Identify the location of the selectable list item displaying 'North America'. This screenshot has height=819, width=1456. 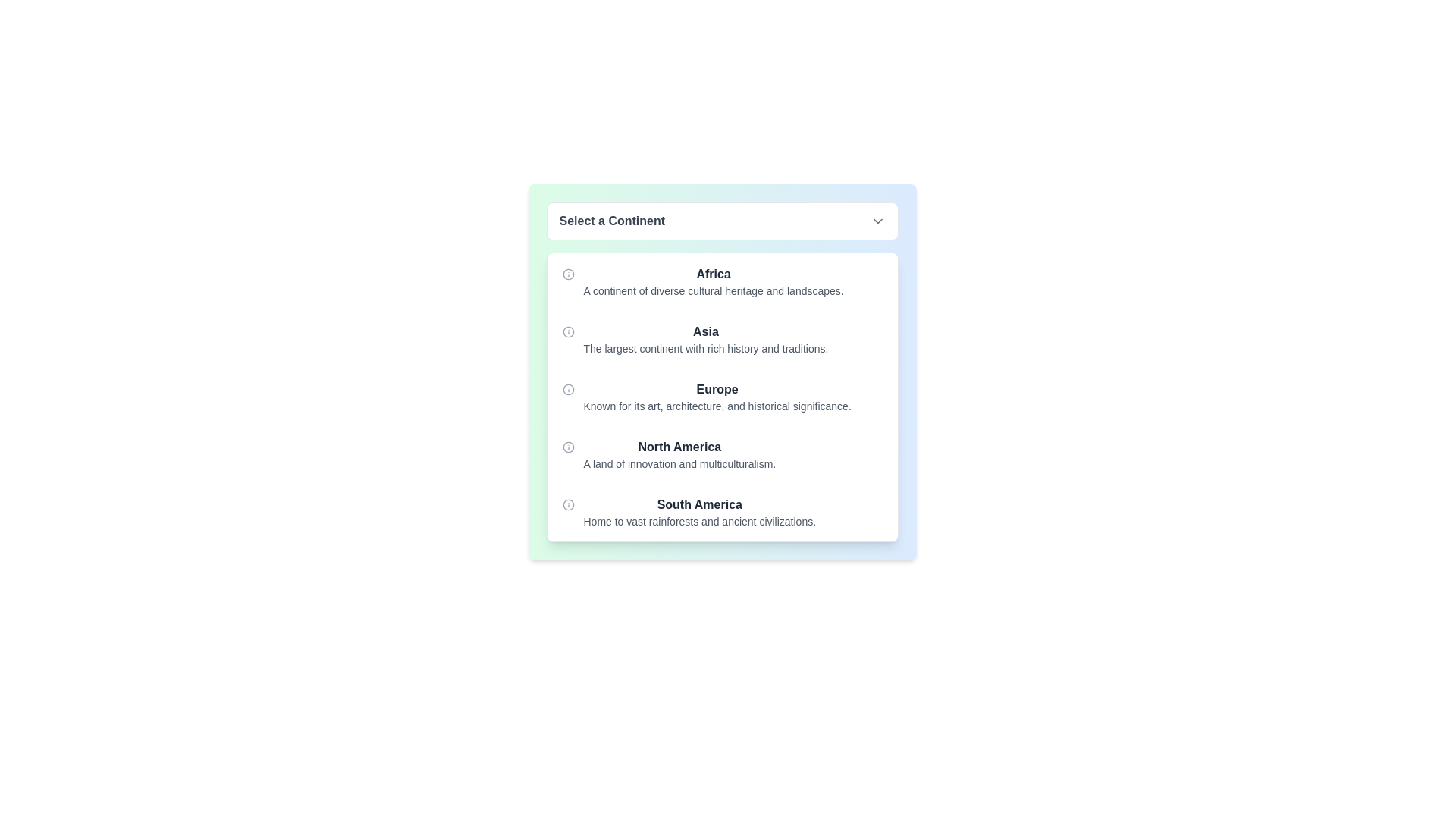
(679, 454).